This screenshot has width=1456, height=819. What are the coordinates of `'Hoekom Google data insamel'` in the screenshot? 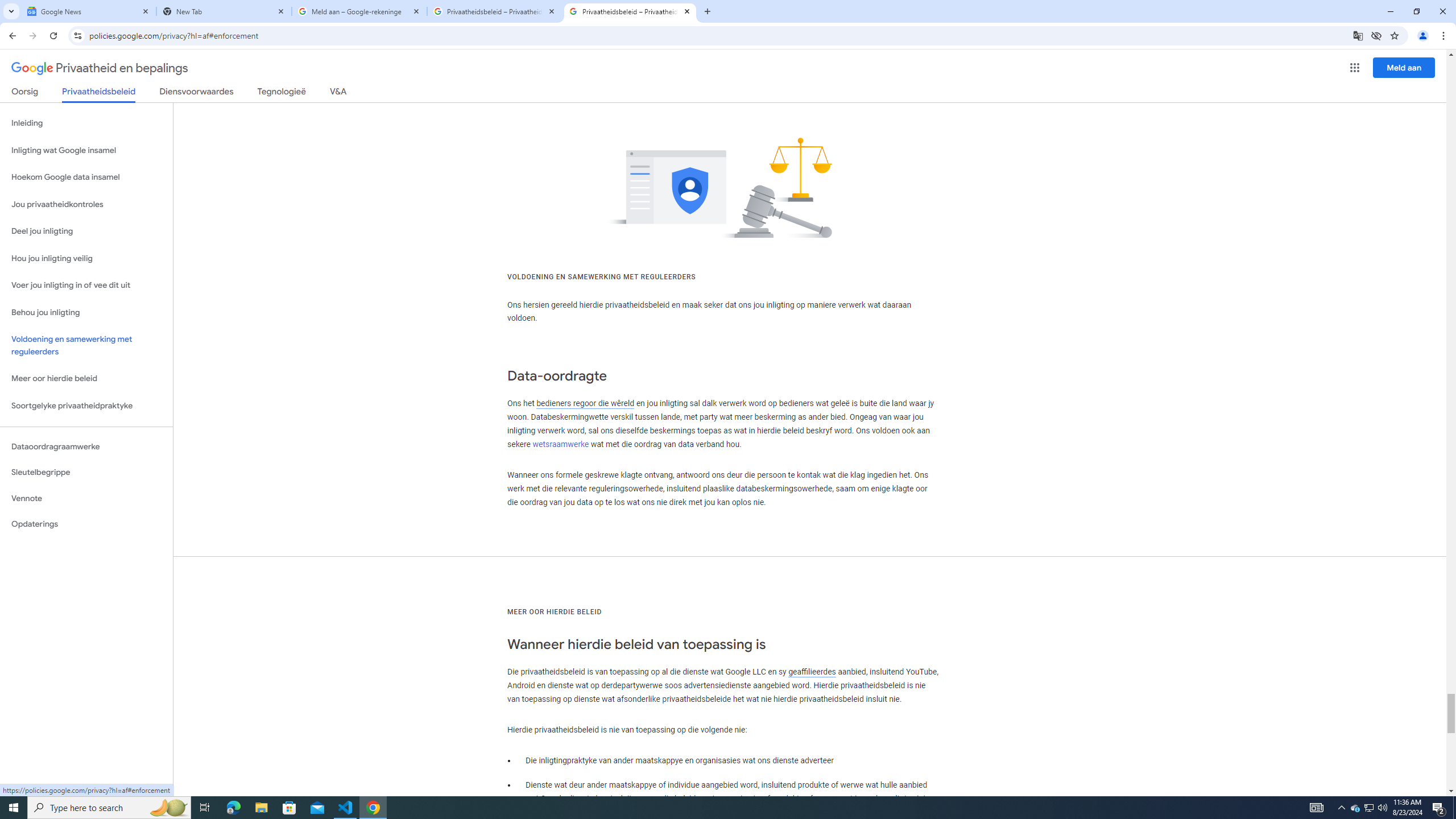 It's located at (86, 176).